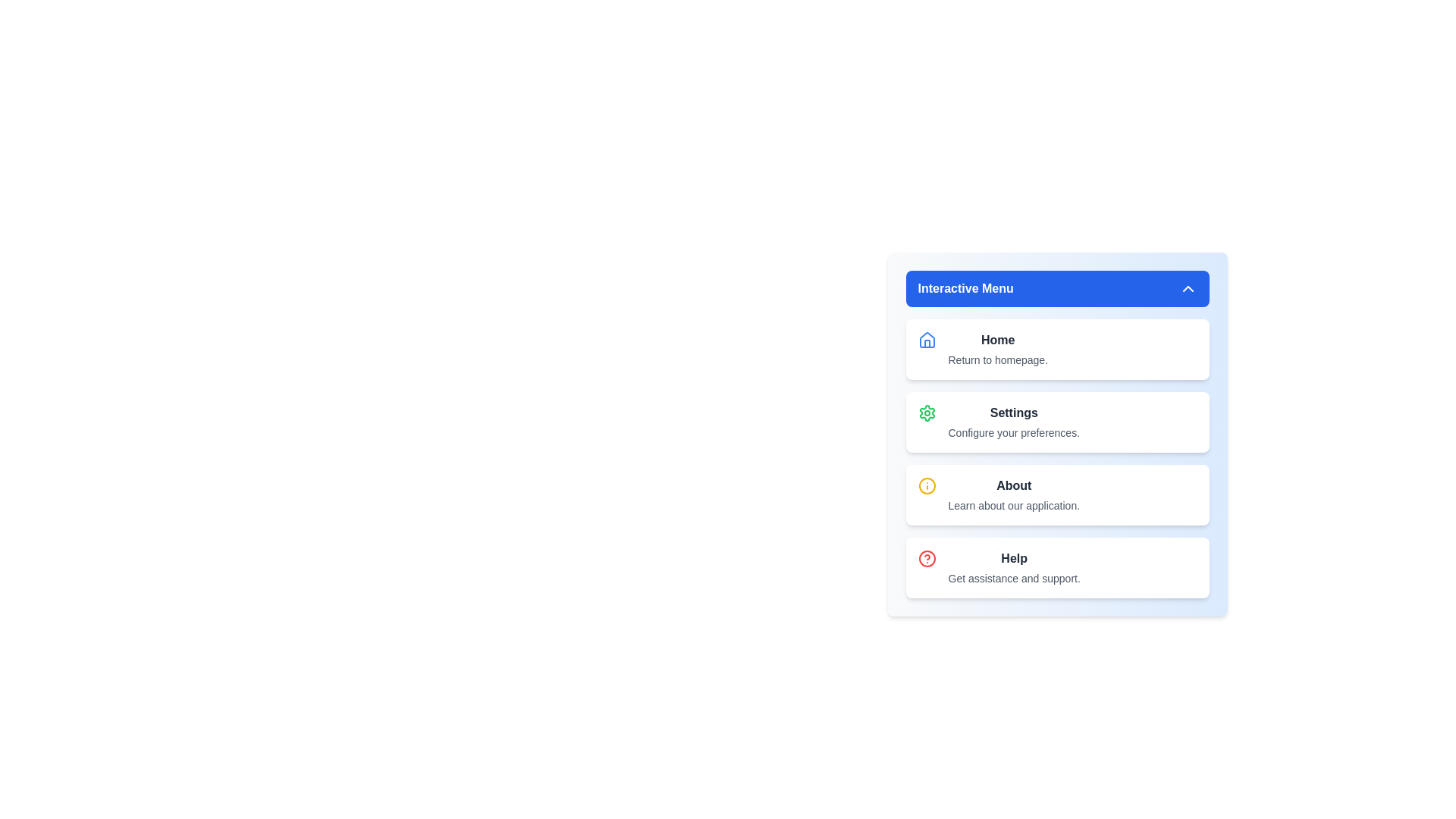  I want to click on the static text element that serves as the title for the 'About' section in the interactive menu, located under 'Settings' and above 'Help', so click(1014, 485).